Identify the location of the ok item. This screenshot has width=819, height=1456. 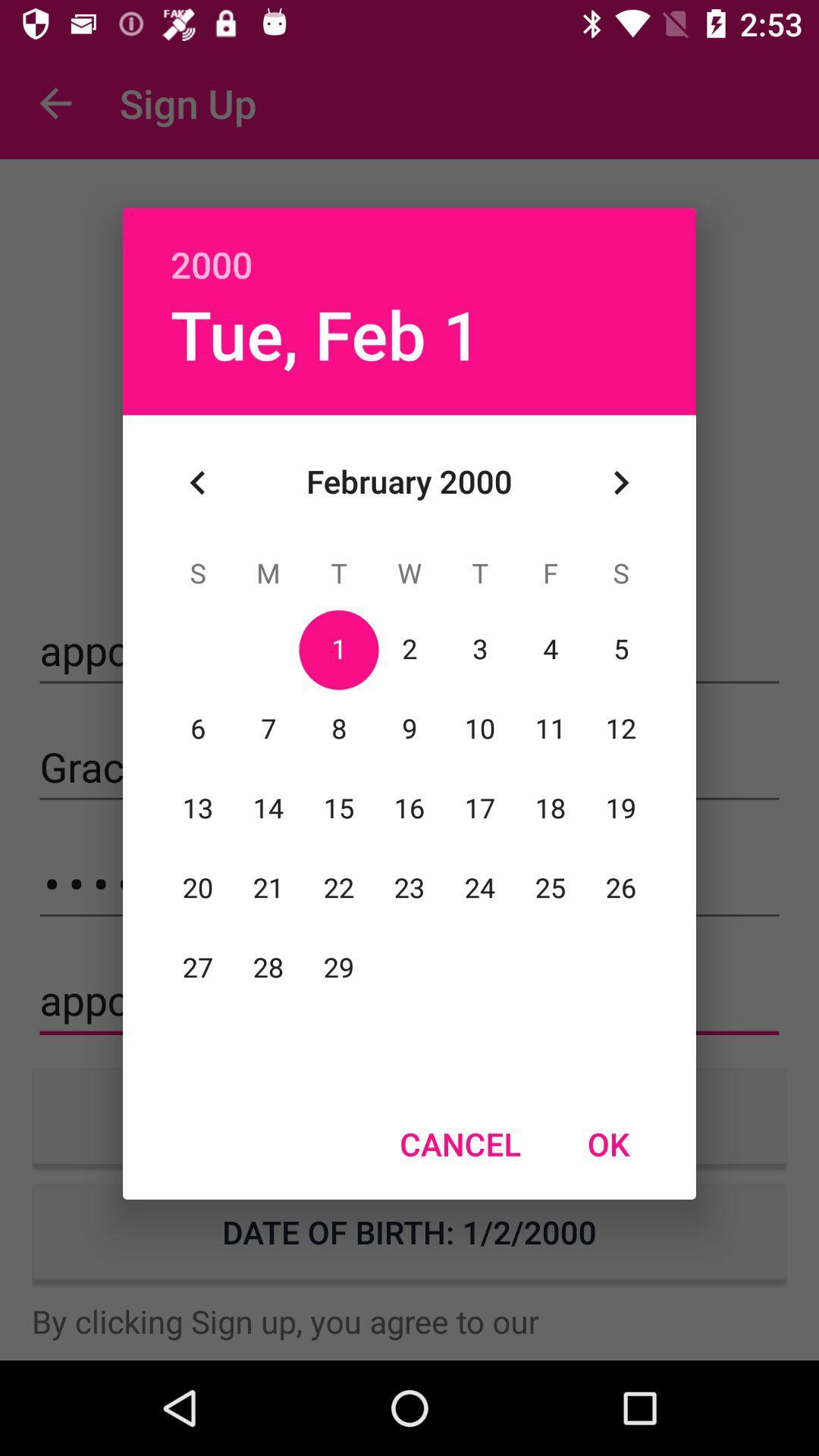
(607, 1144).